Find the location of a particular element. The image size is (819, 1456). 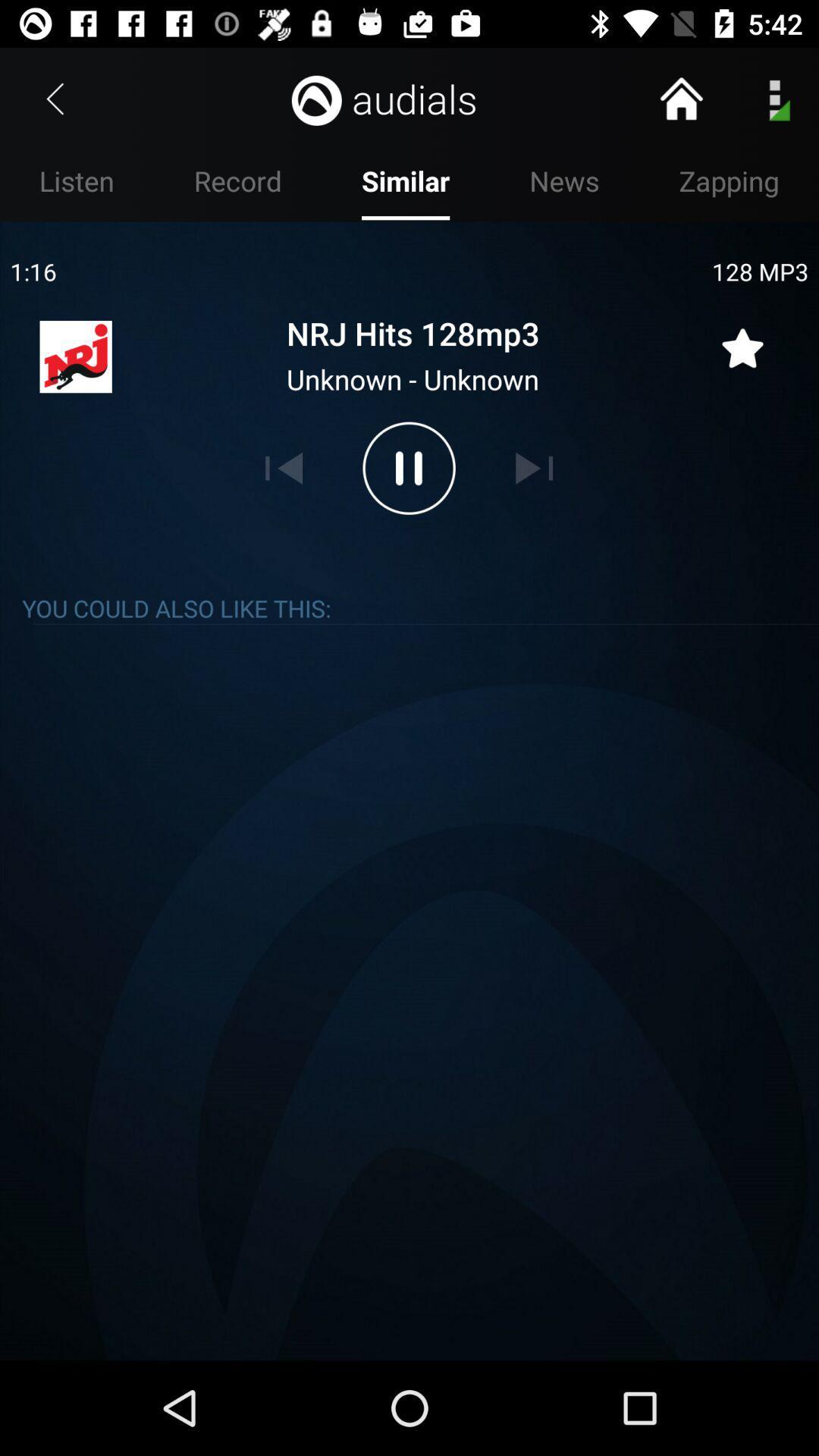

home page is located at coordinates (680, 98).